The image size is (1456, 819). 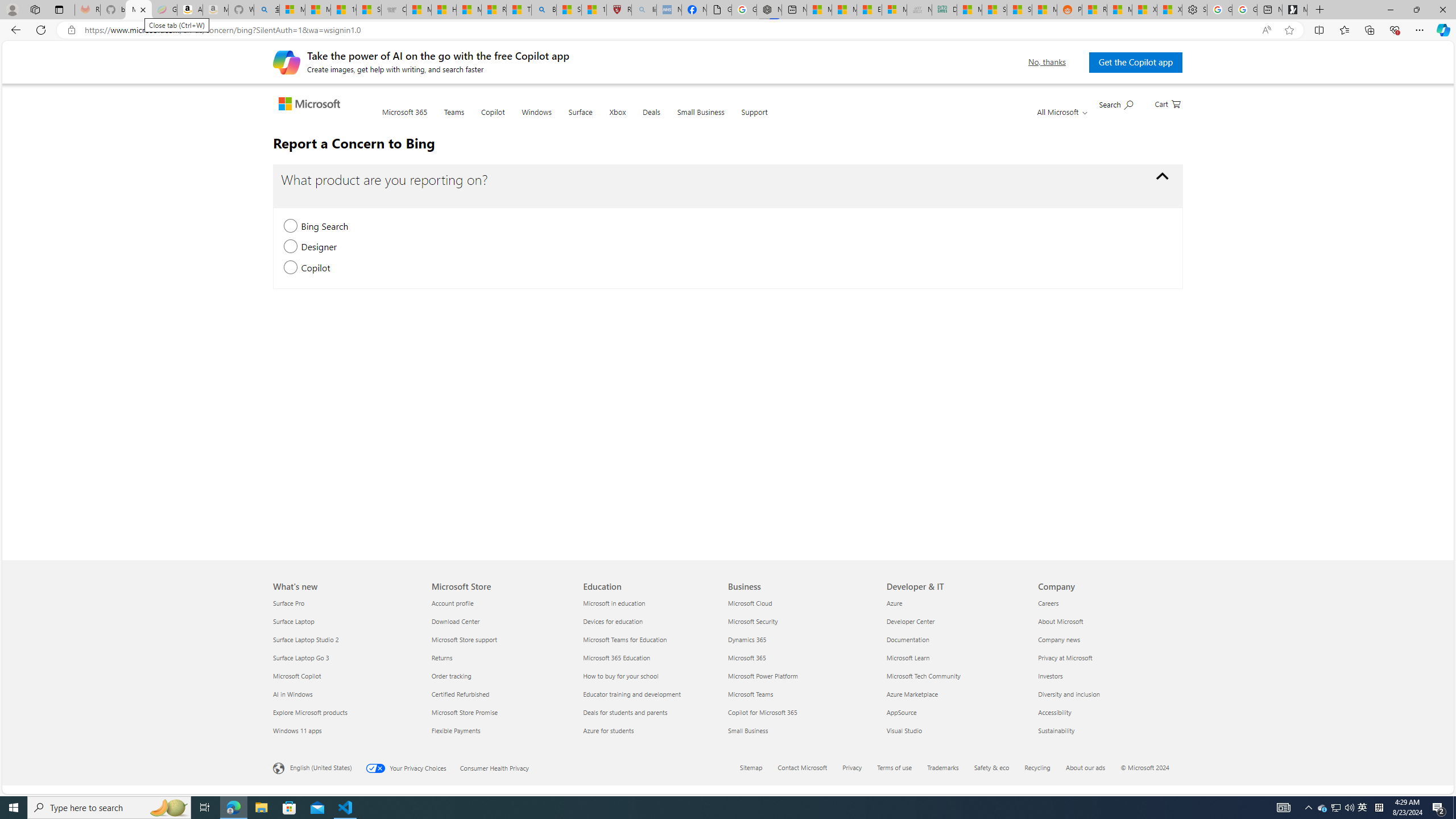 What do you see at coordinates (950, 768) in the screenshot?
I see `'Trademarks'` at bounding box center [950, 768].